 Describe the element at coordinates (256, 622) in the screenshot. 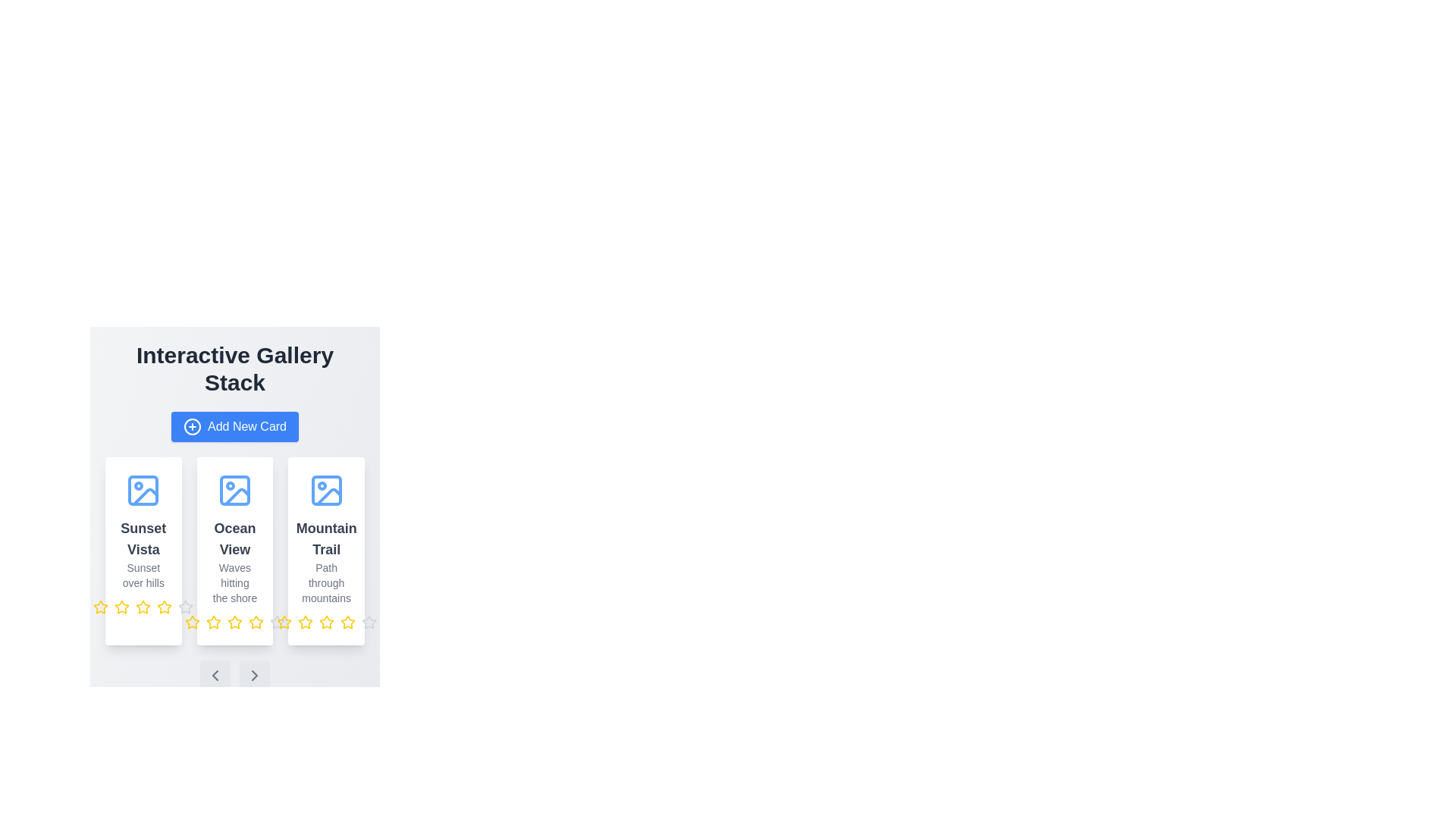

I see `the third star icon from the left in the horizontal row of rating stars under the 'Ocean View' card` at that location.